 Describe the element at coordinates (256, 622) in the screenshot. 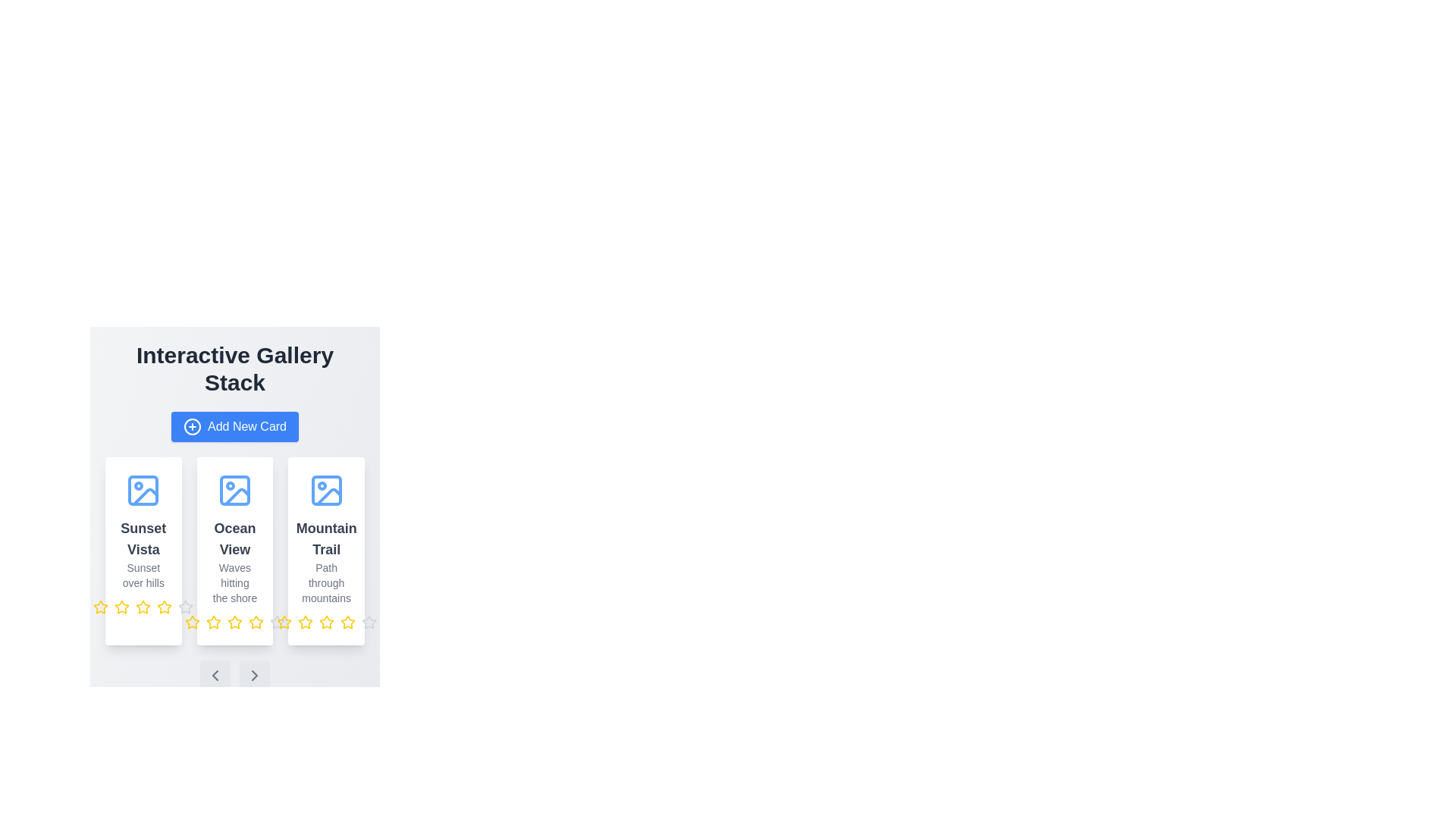

I see `the third star icon from the left in the horizontal row of rating stars under the 'Ocean View' card` at that location.